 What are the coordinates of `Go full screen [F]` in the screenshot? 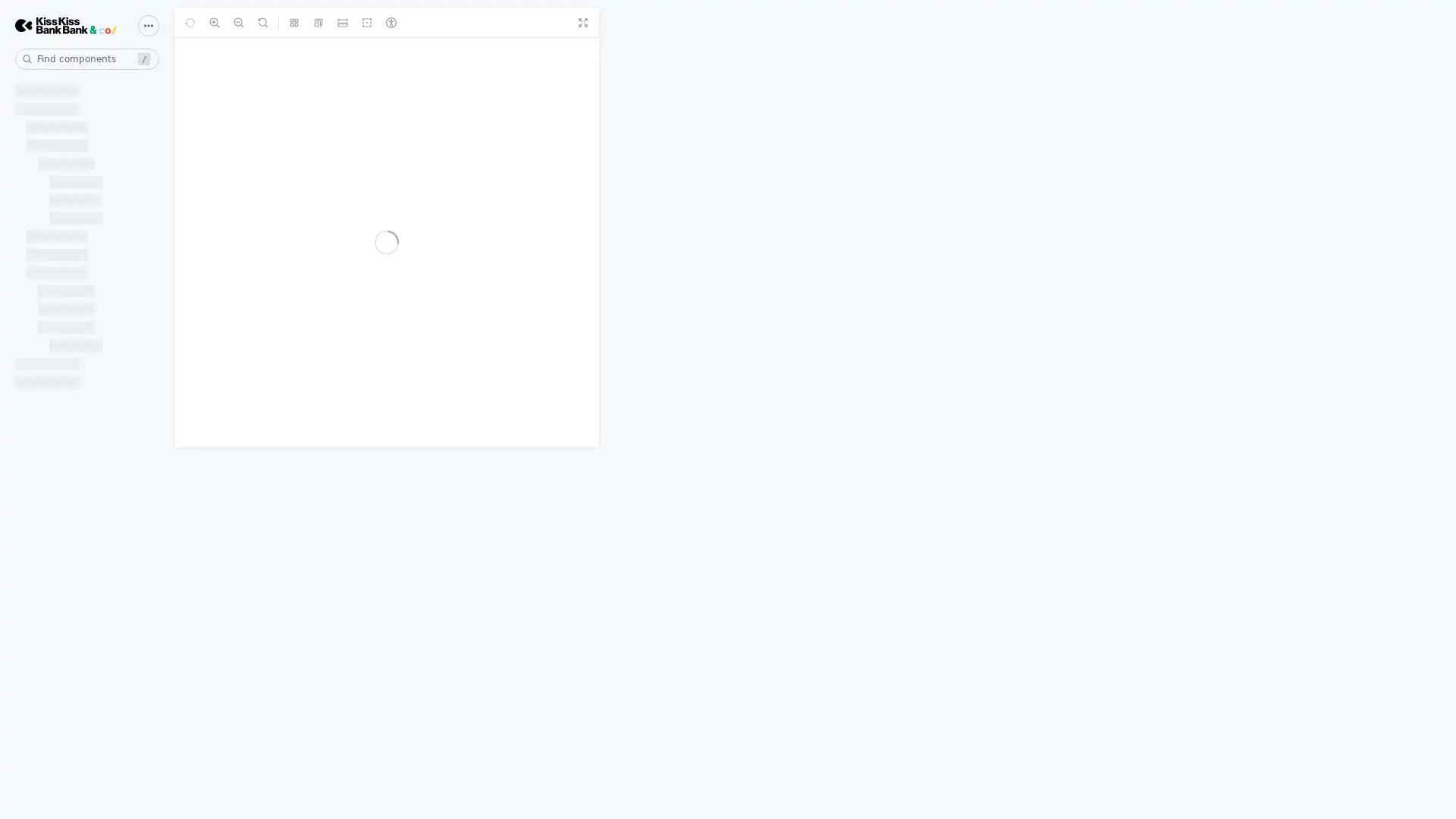 It's located at (1383, 23).